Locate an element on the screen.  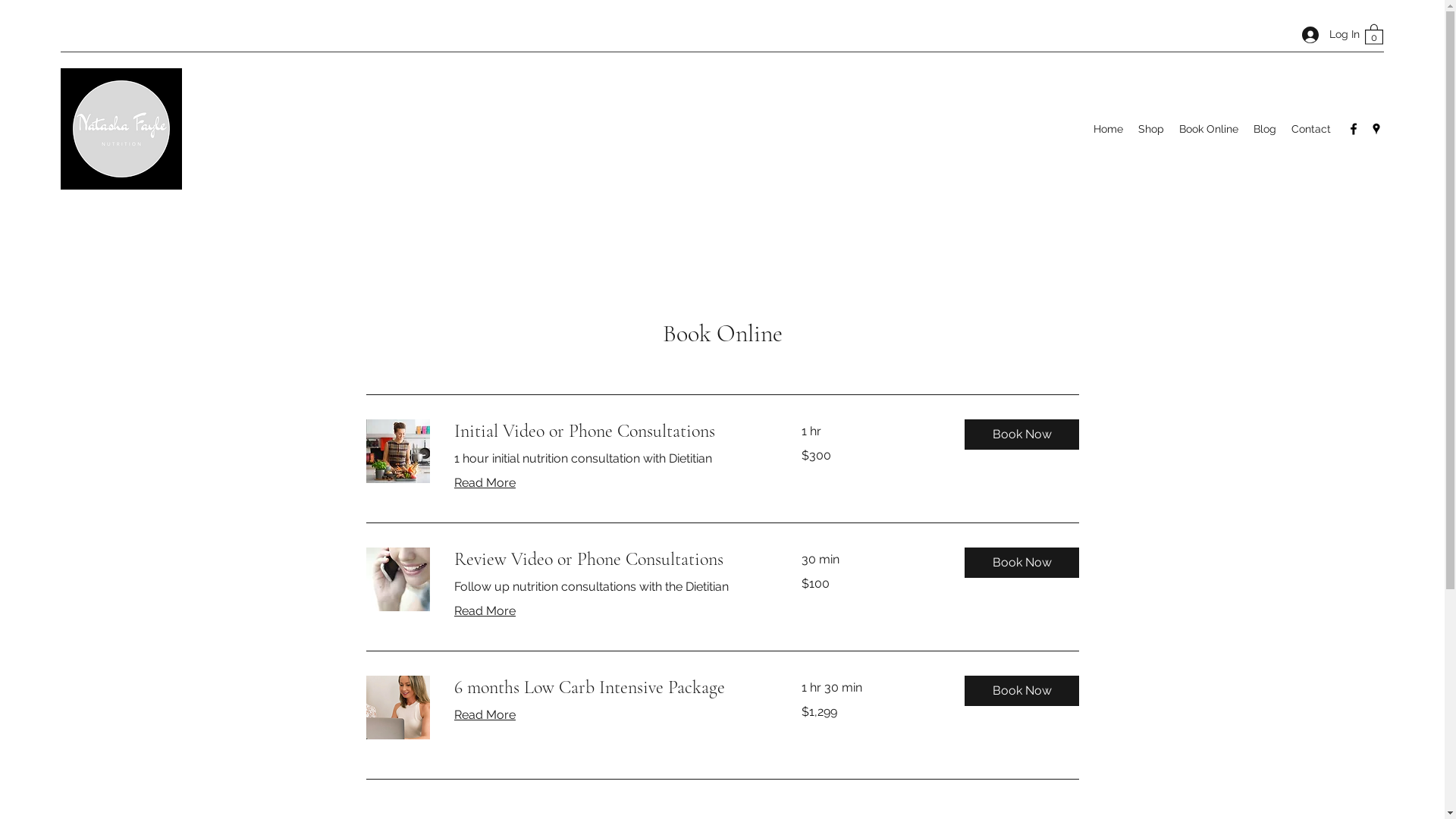
'6 months Low Carb Intensive Package' is located at coordinates (608, 687).